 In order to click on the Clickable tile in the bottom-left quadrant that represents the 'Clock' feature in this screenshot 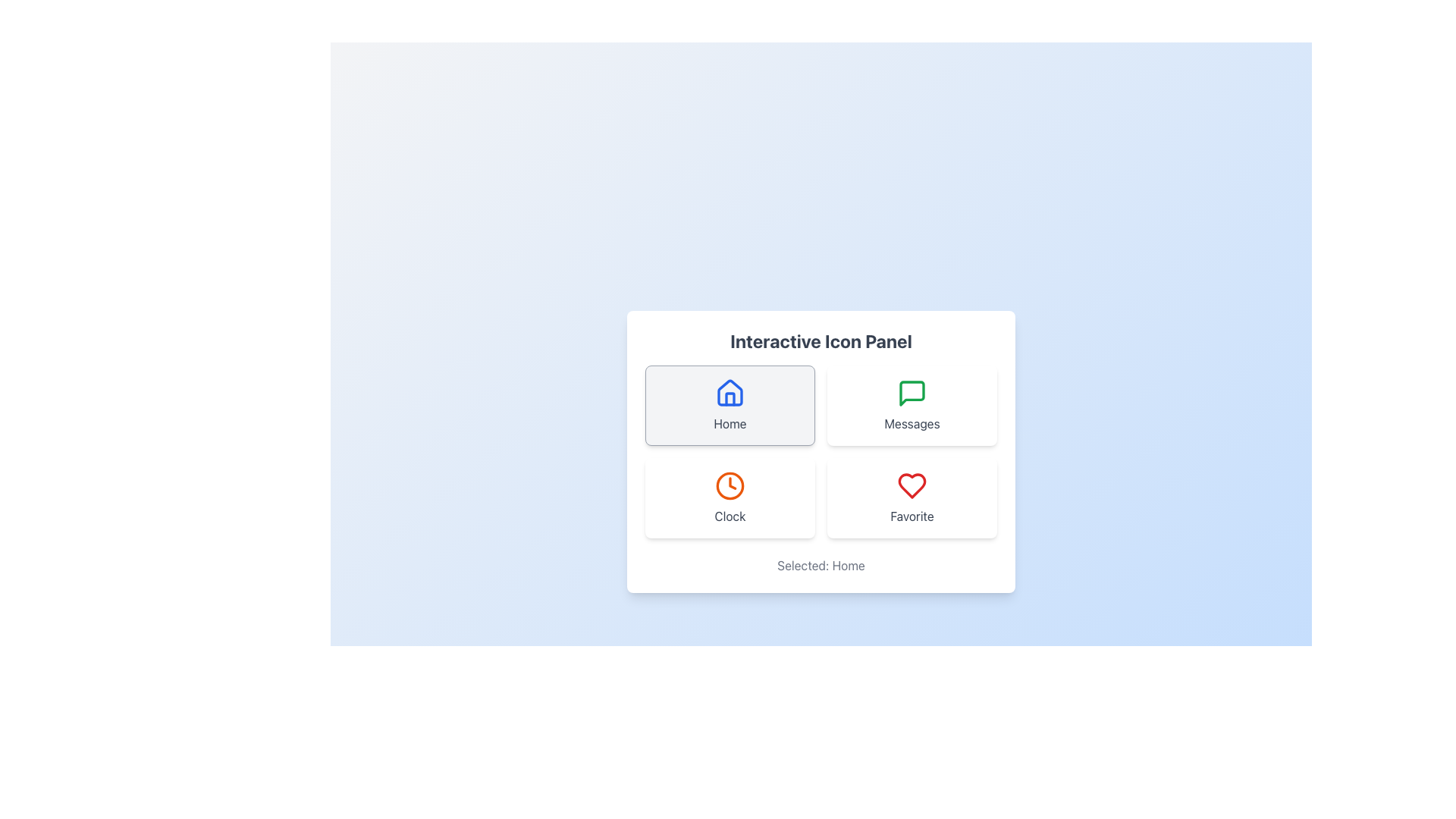, I will do `click(730, 497)`.